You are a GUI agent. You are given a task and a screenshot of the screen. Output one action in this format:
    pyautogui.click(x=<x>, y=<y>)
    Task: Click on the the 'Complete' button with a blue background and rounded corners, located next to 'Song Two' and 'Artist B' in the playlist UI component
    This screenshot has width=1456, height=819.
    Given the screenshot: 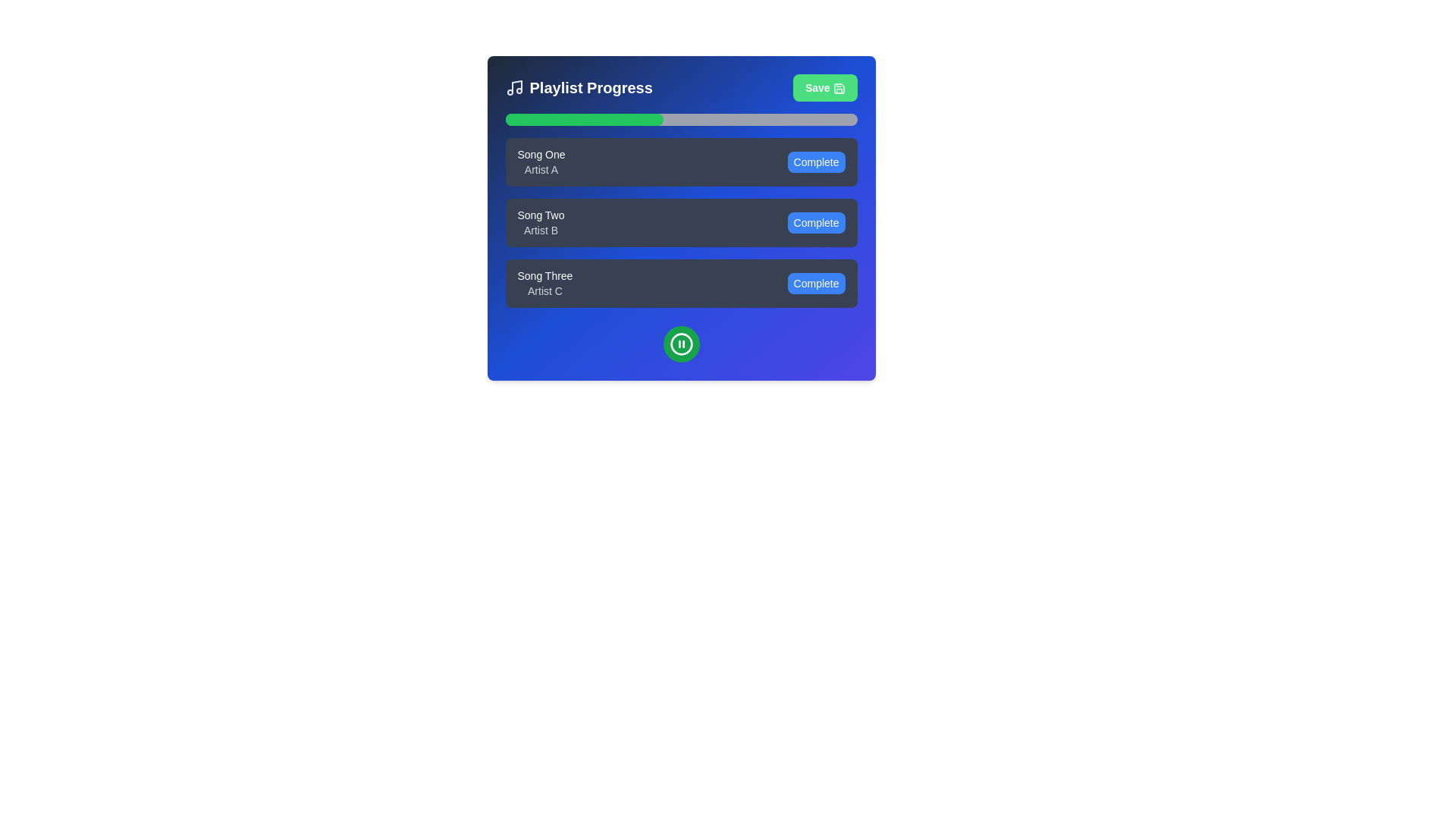 What is the action you would take?
    pyautogui.click(x=815, y=222)
    